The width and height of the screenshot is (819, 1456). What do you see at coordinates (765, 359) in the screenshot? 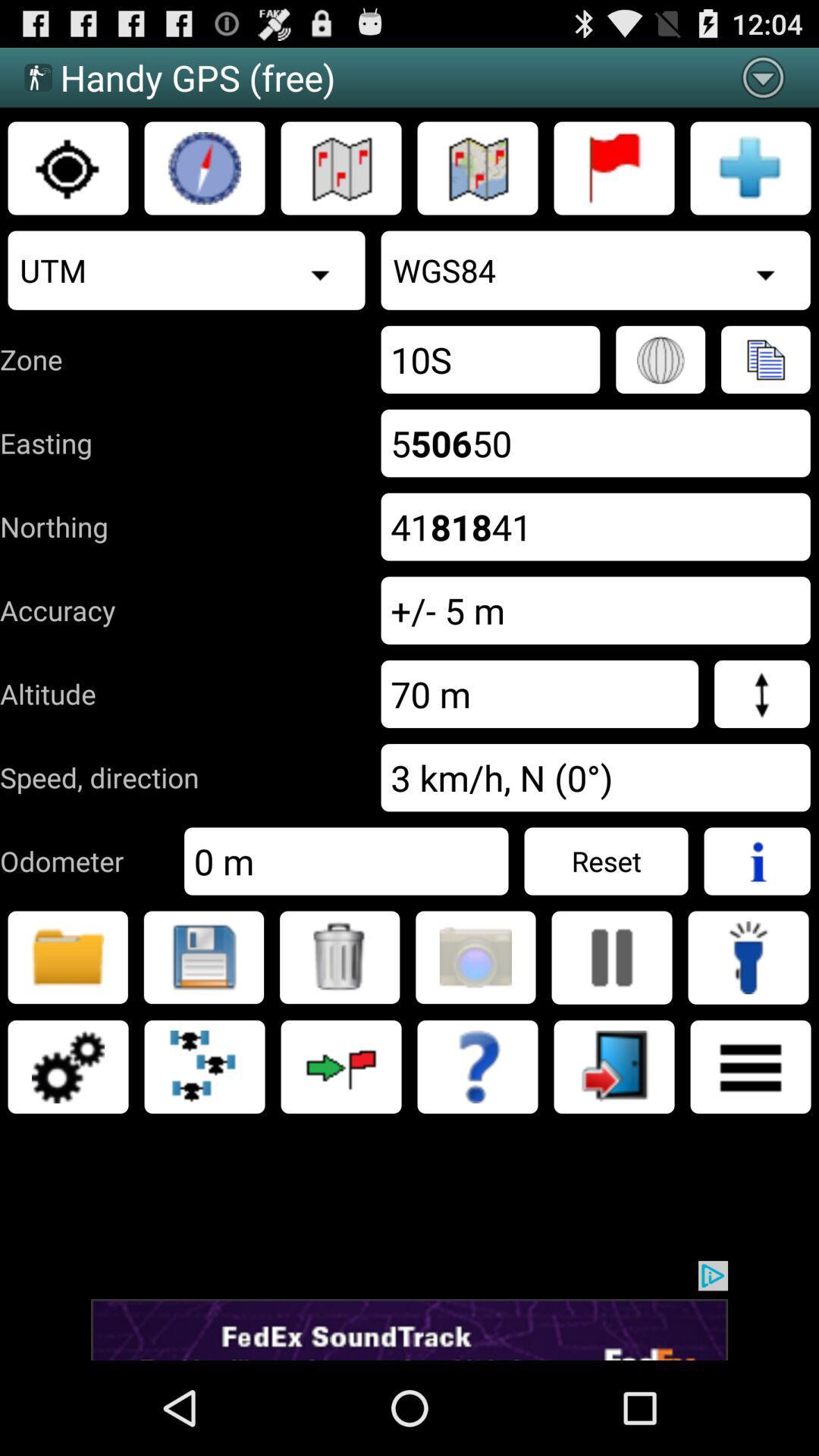
I see `upload contact` at bounding box center [765, 359].